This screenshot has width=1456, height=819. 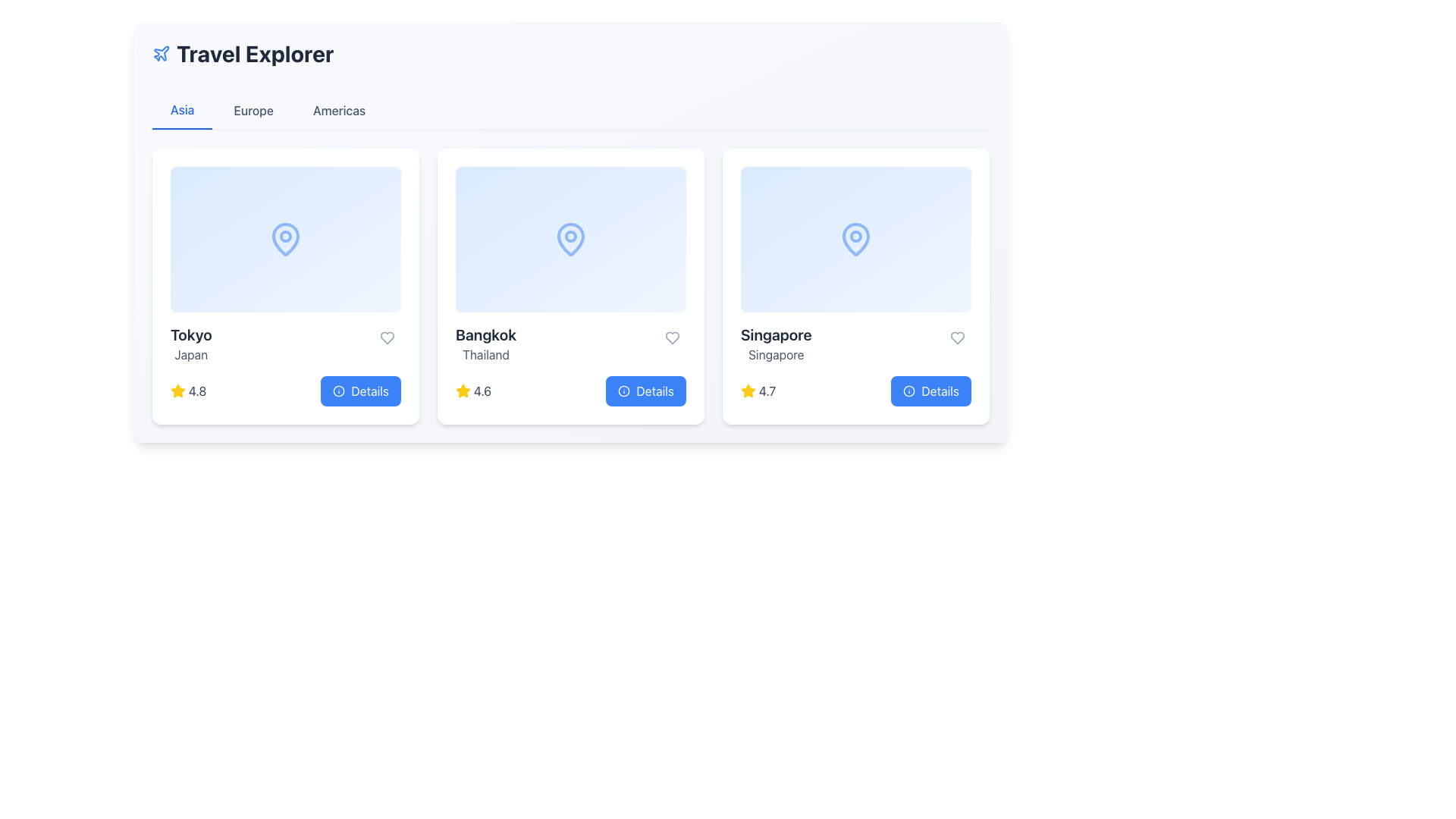 I want to click on the text label 'Bangkok', which is styled in bold and larger font as the title of a location card, located centrally in the second card of a horizontally arranged list, so click(x=486, y=334).